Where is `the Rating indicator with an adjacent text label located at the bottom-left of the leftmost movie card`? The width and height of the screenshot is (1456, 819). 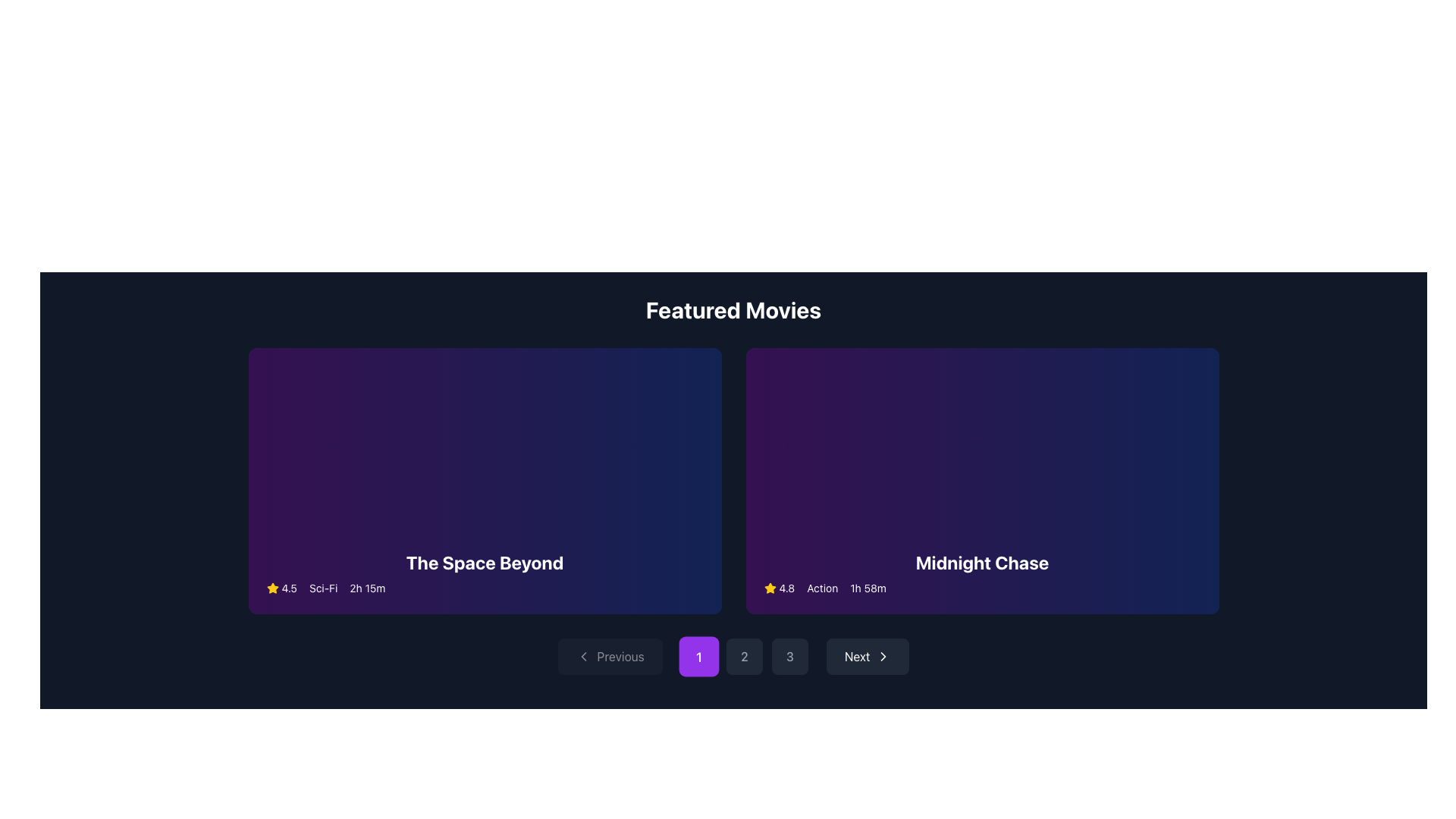
the Rating indicator with an adjacent text label located at the bottom-left of the leftmost movie card is located at coordinates (281, 587).